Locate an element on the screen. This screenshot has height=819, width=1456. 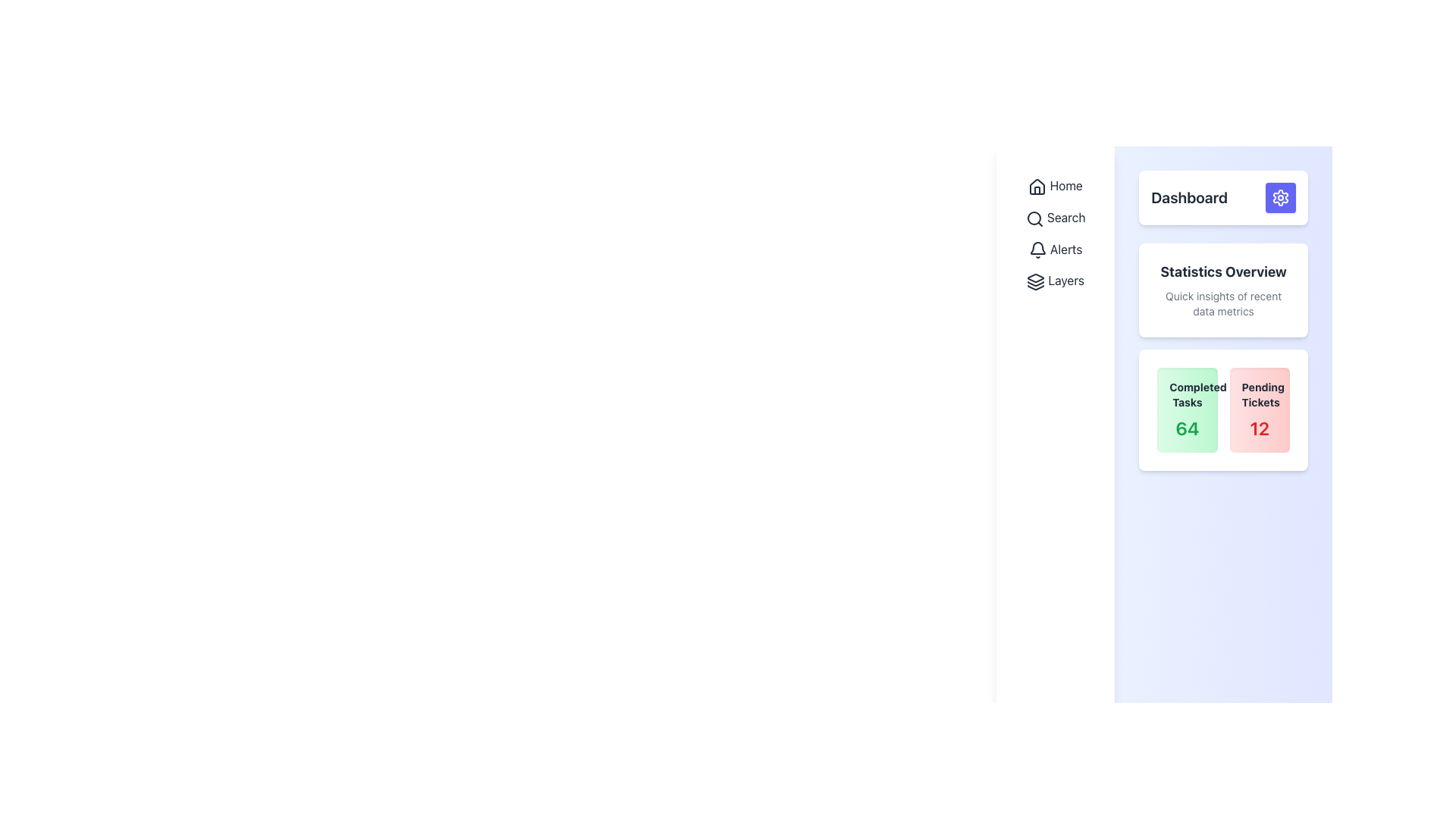
the informational block or card with a gradient red background that displays 'Pending Tickets' and '12' in bold fonts, located in the lower right section of the layout is located at coordinates (1260, 409).